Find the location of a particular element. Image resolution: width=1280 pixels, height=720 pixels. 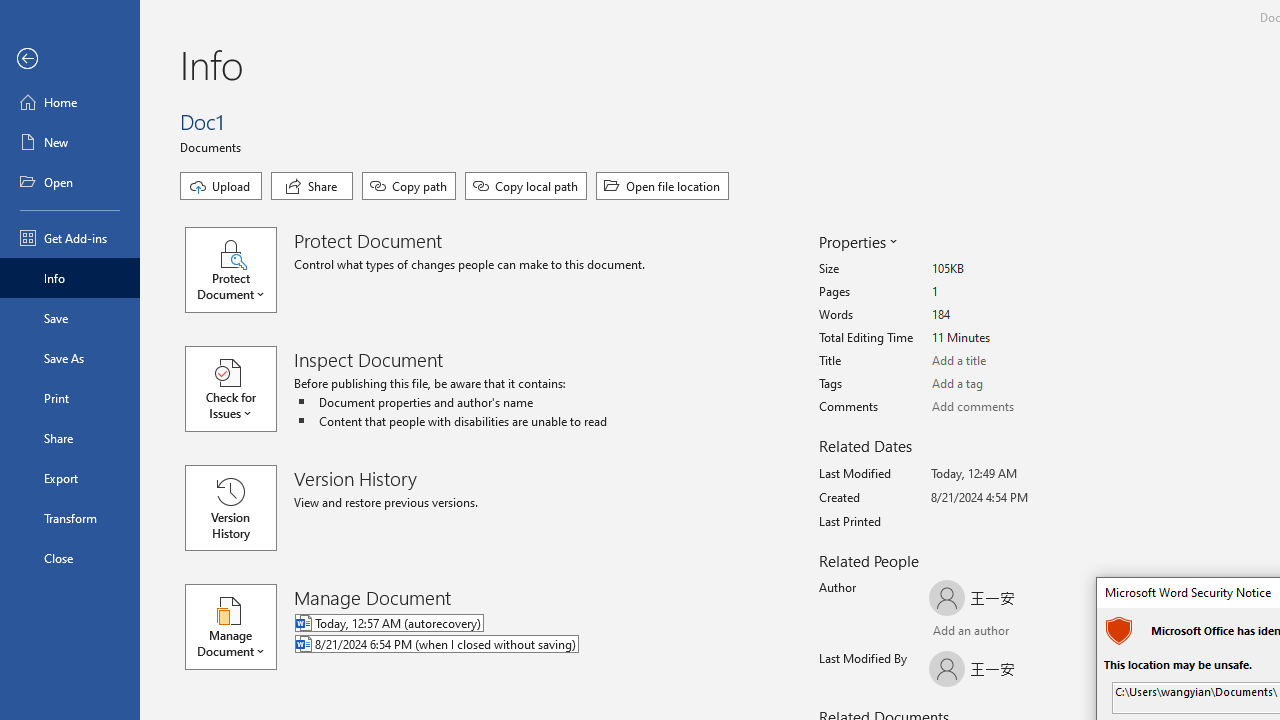

'Verify Names' is located at coordinates (984, 632).